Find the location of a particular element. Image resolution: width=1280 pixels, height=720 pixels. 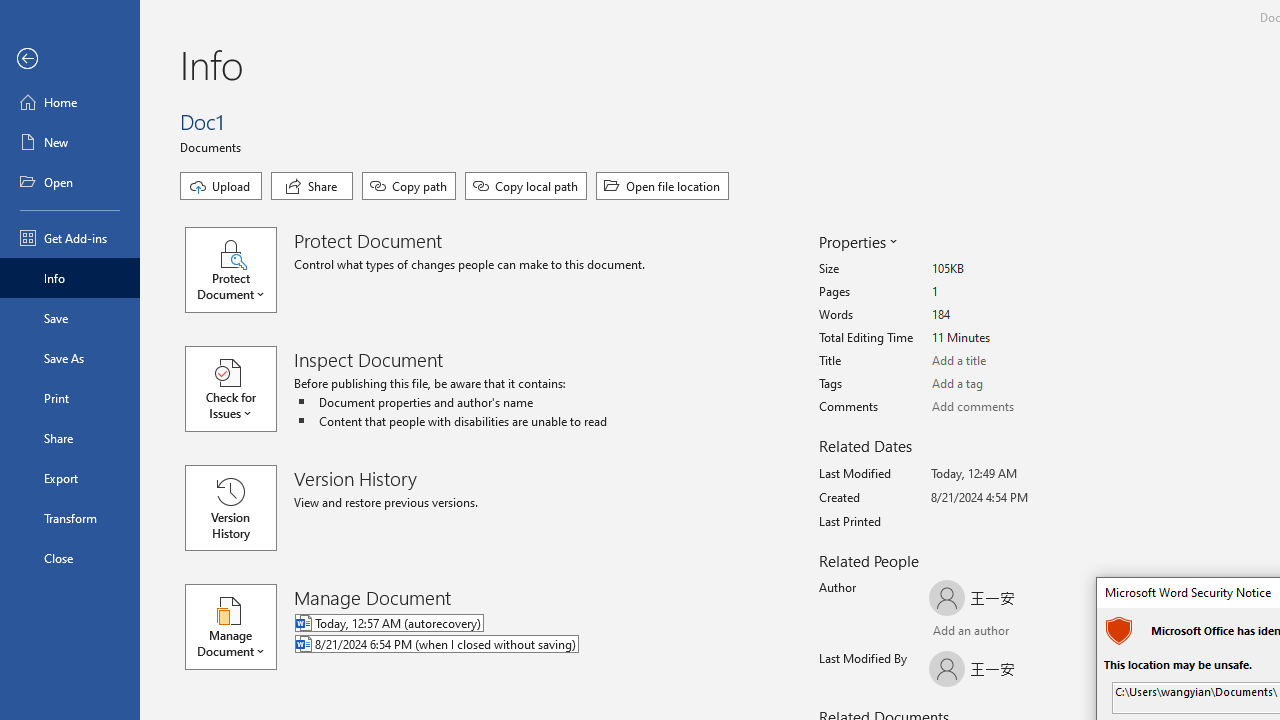

'Verify Names' is located at coordinates (984, 632).